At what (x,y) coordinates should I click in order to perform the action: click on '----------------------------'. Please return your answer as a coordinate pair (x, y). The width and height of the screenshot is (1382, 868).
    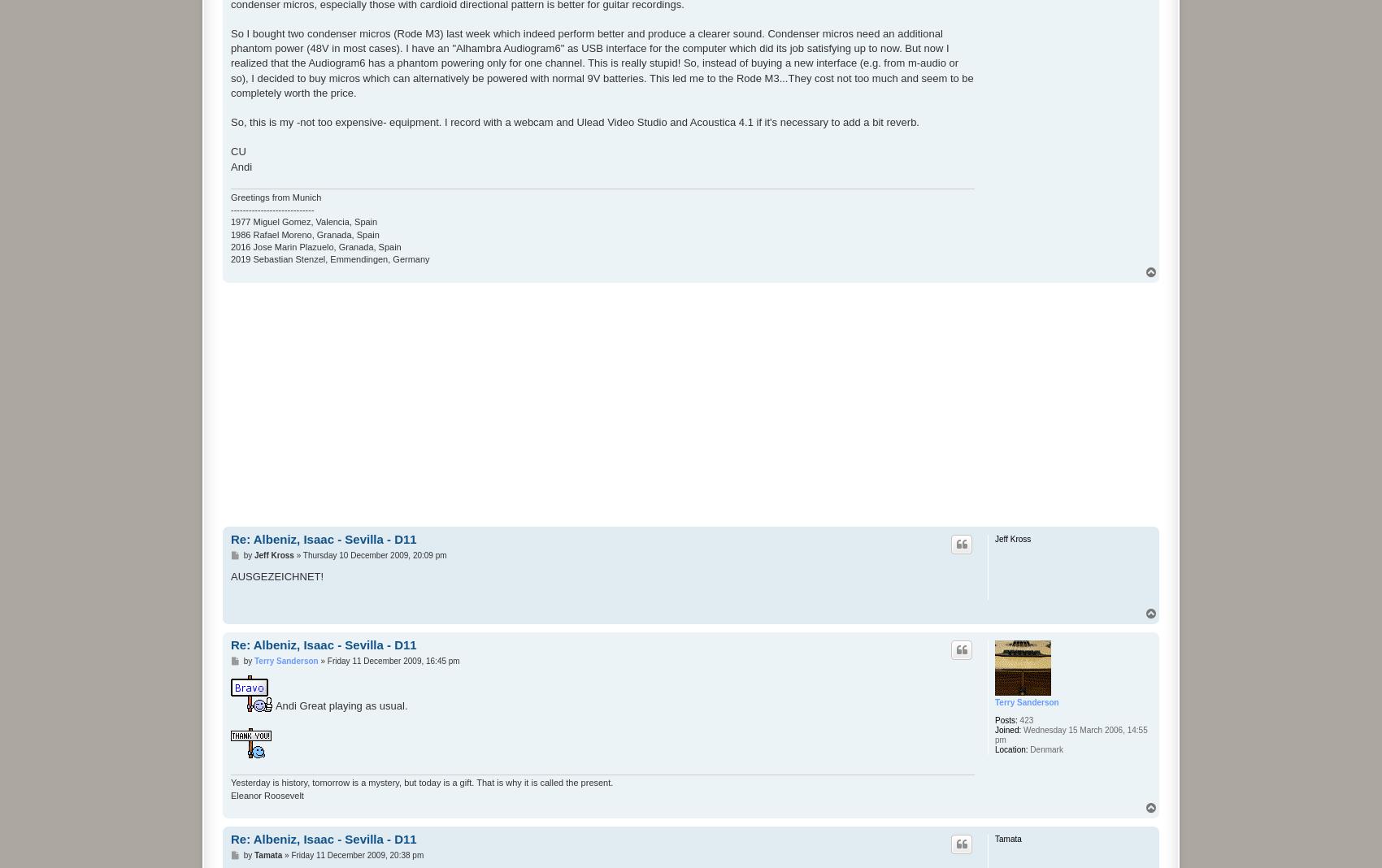
    Looking at the image, I should click on (272, 208).